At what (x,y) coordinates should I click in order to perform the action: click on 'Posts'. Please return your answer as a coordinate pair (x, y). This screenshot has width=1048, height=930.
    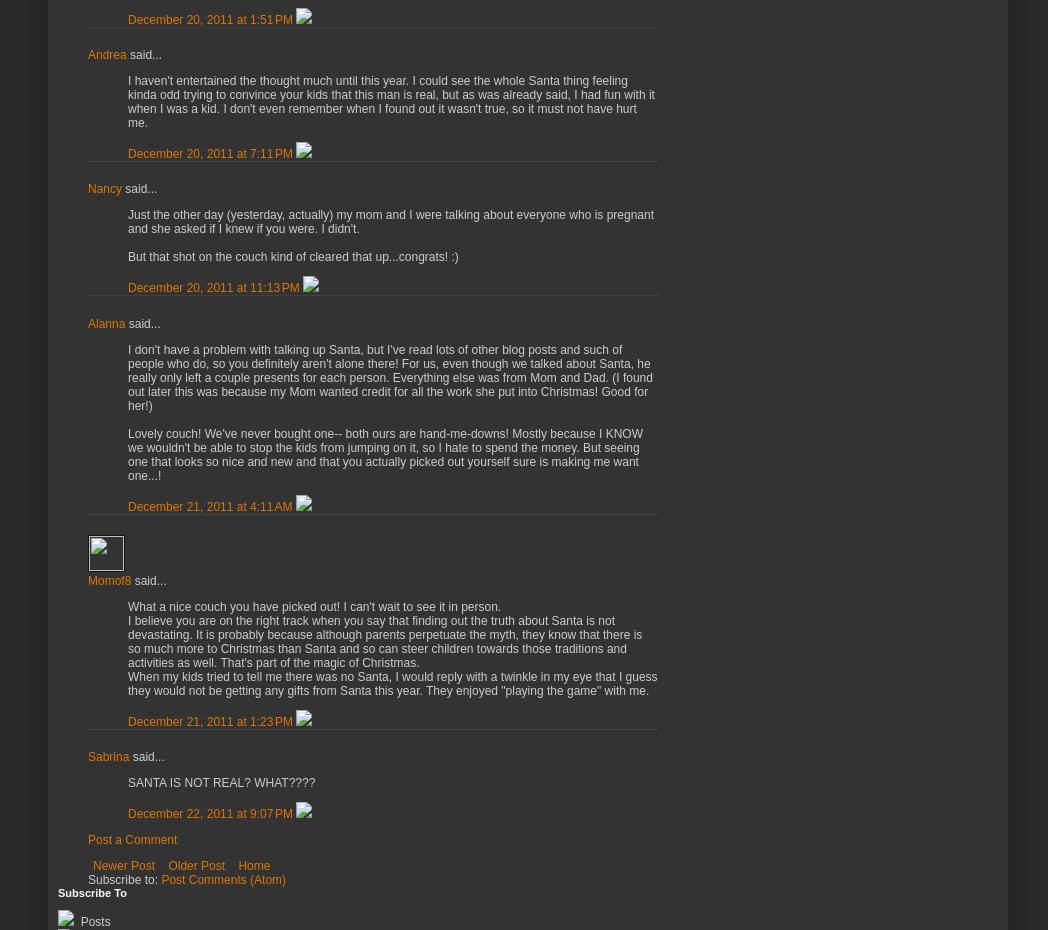
    Looking at the image, I should click on (92, 922).